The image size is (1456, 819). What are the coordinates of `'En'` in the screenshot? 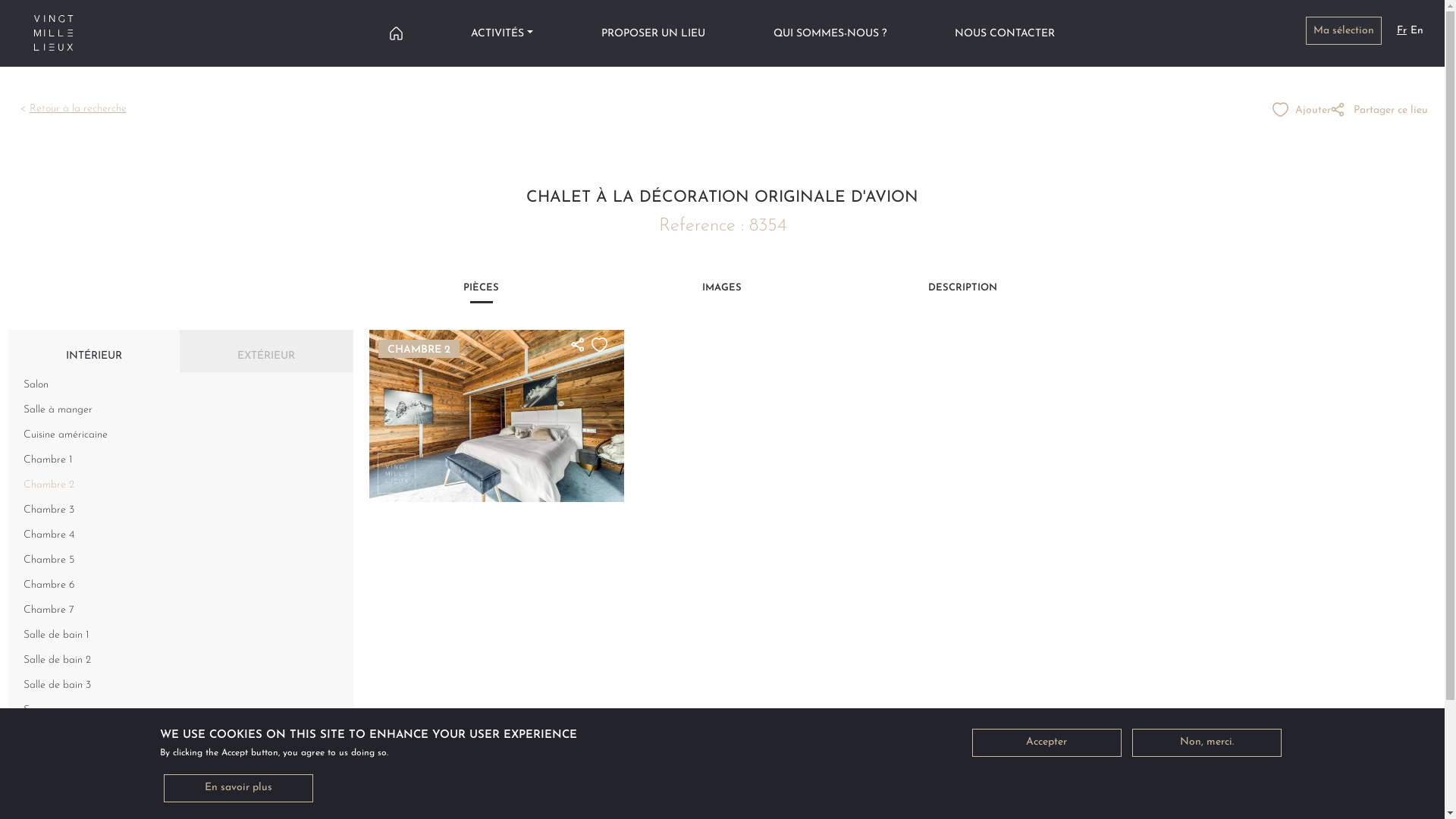 It's located at (1416, 30).